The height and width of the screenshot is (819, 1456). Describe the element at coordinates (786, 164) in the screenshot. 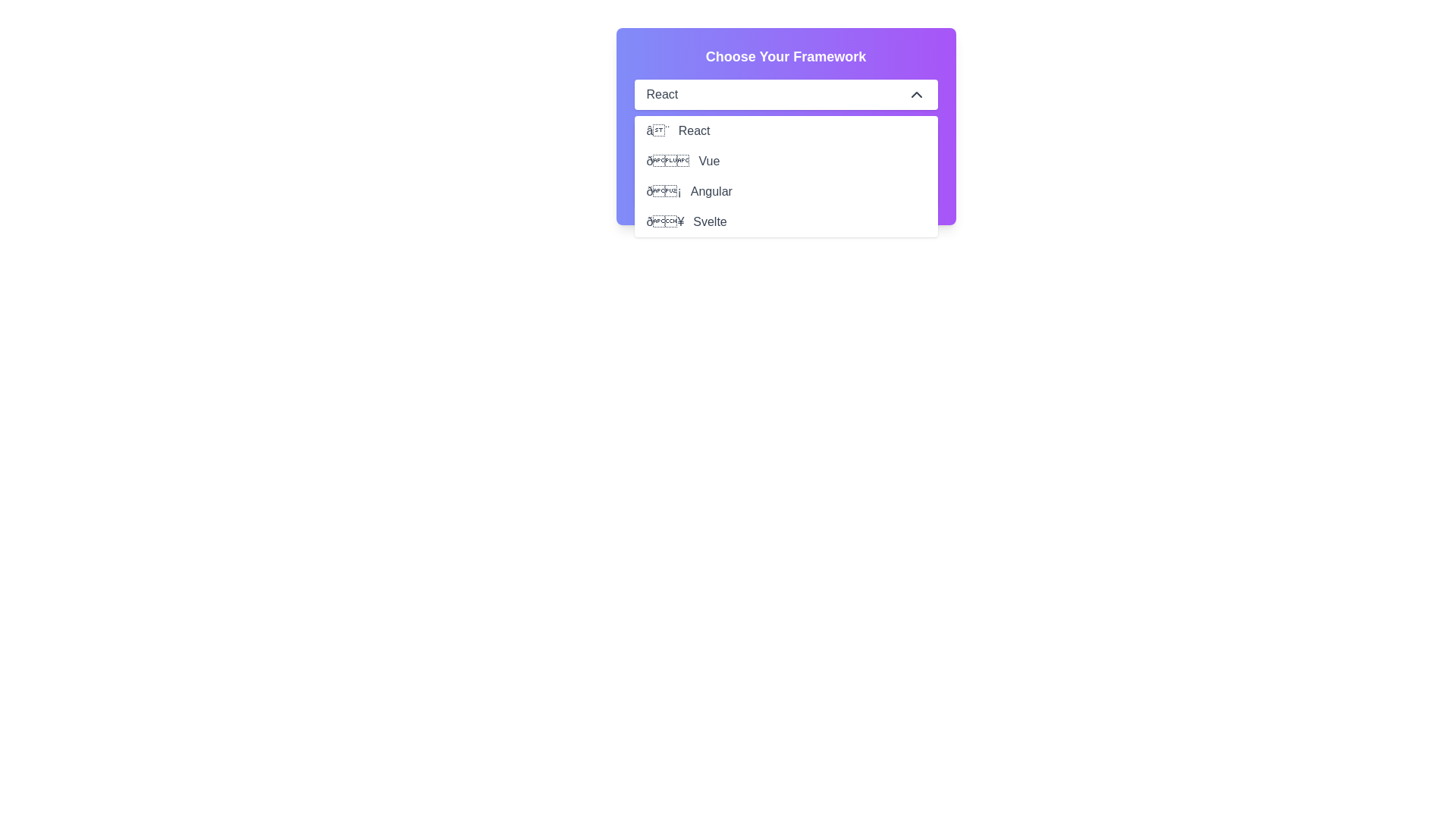

I see `the contents of the informational text block located within the 'Choose Your Framework' dropdown section, positioned below the selectable options for 'React,' 'Vue,' 'Angular,' and 'Svelte.'` at that location.